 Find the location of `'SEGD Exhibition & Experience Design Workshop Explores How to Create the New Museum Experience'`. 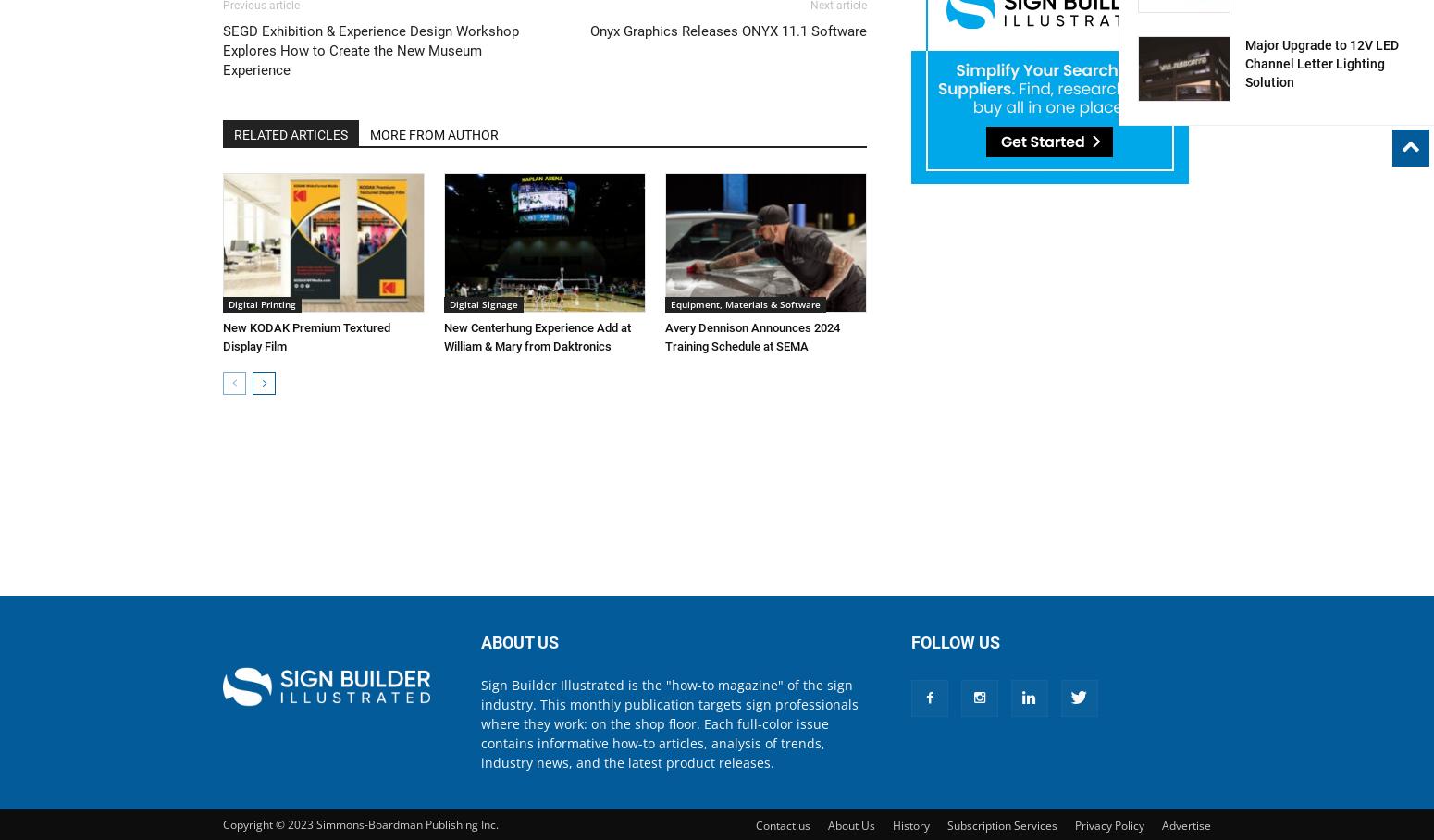

'SEGD Exhibition & Experience Design Workshop Explores How to Create the New Museum Experience' is located at coordinates (370, 51).